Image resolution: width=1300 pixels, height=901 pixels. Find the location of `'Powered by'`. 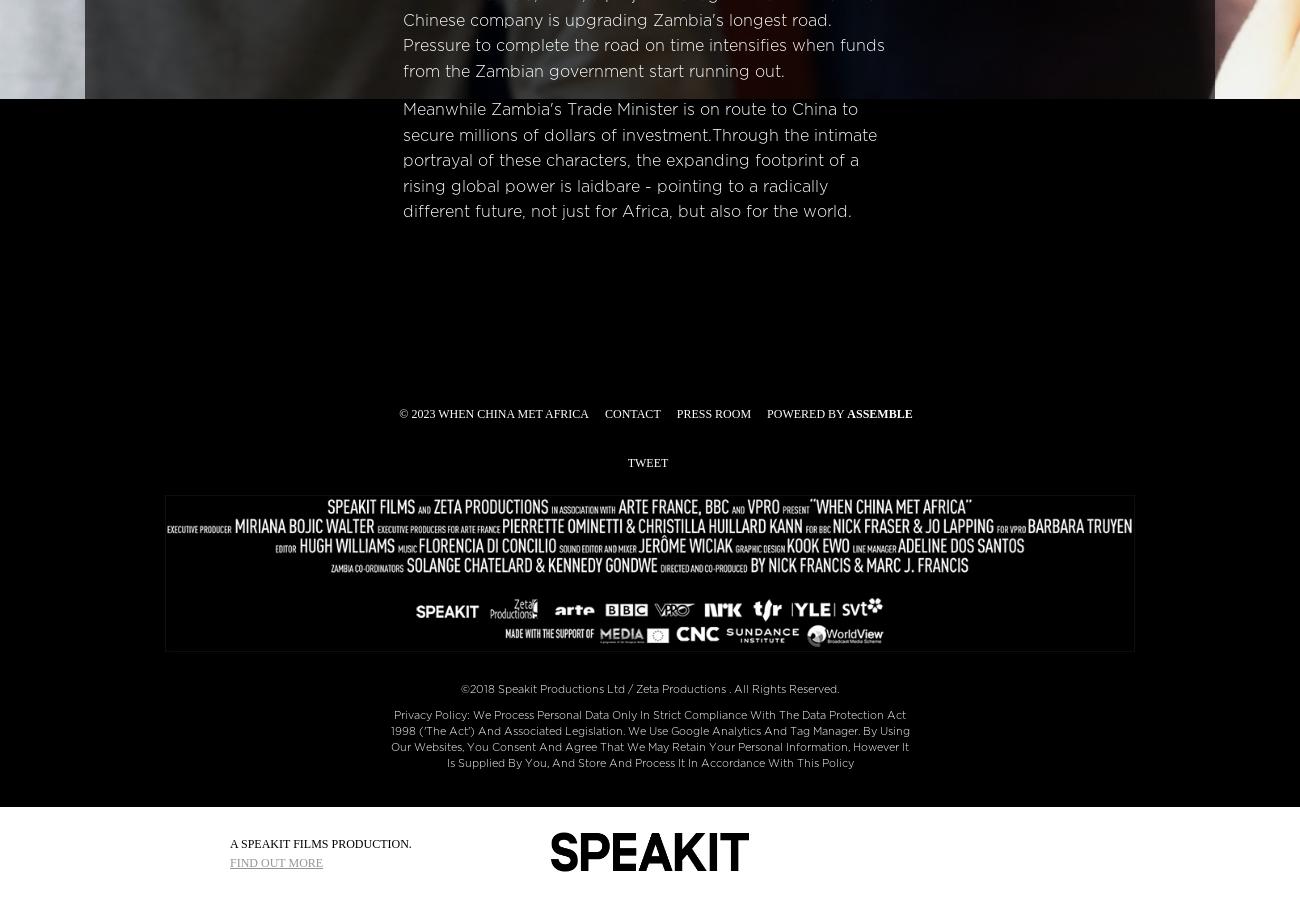

'Powered by' is located at coordinates (806, 412).